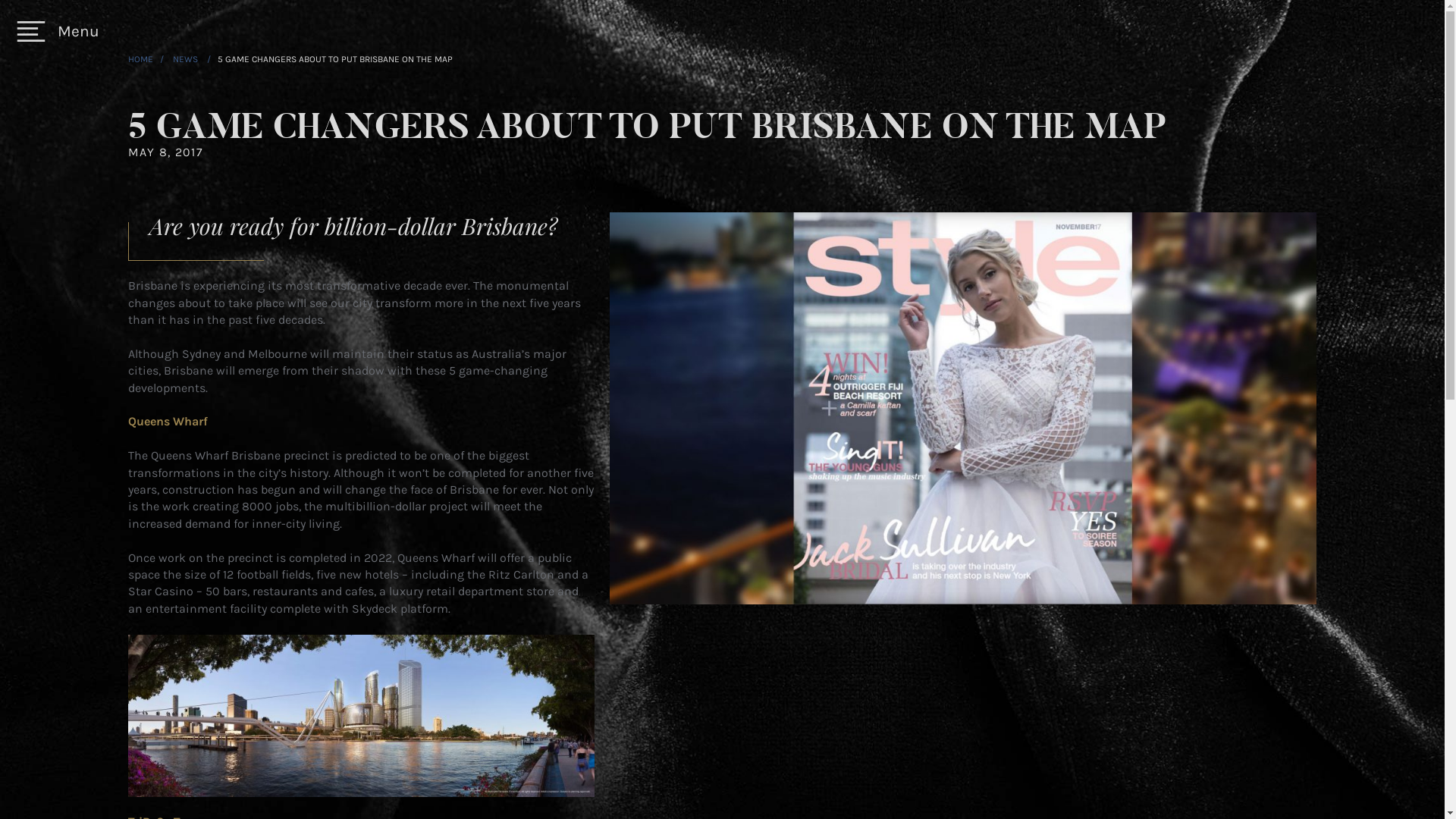 The image size is (1456, 819). I want to click on 'HOME', so click(140, 58).